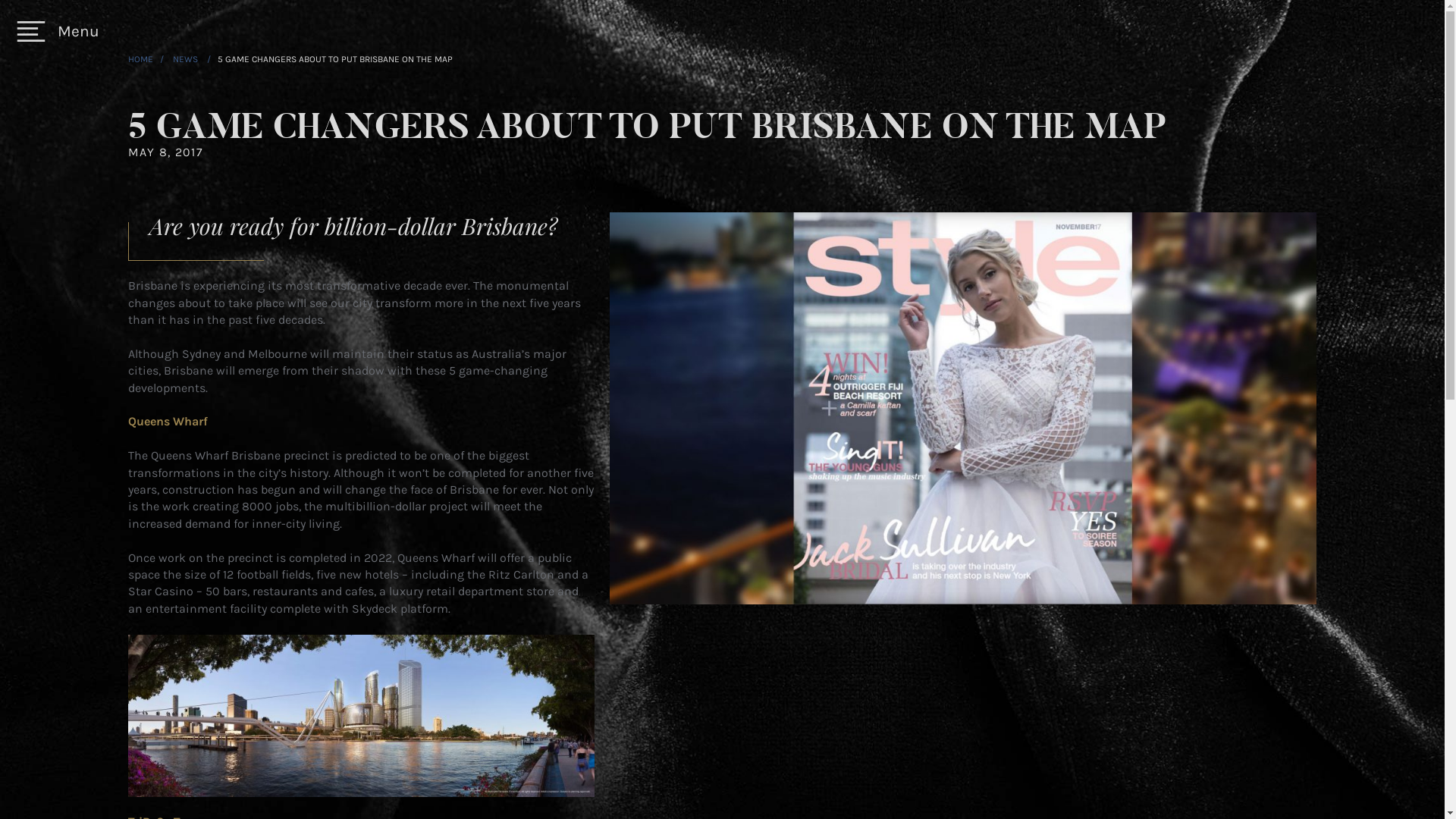 The image size is (1456, 819). I want to click on 'HOME', so click(140, 58).